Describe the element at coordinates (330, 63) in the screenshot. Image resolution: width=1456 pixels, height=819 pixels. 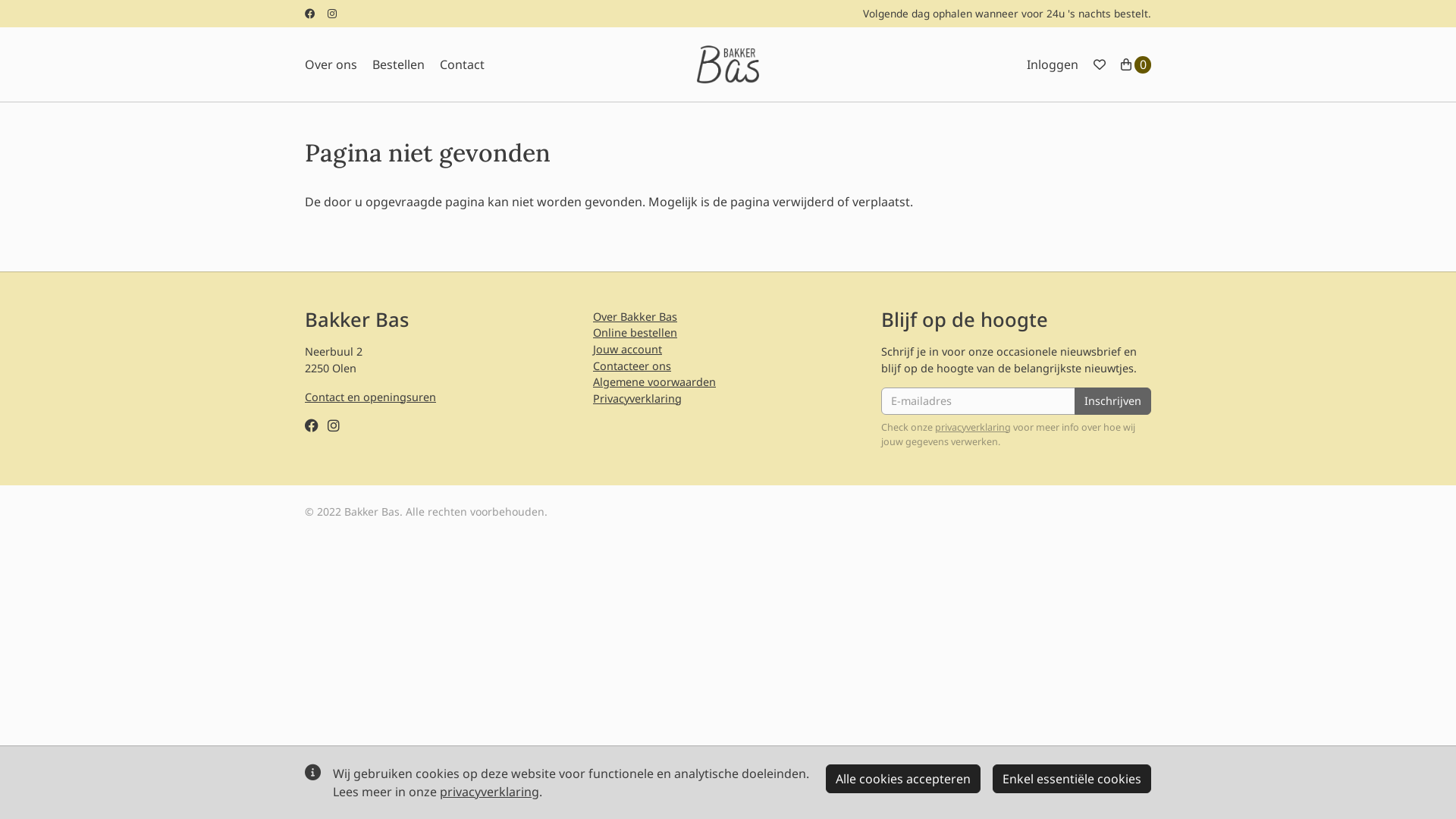
I see `'Over ons'` at that location.